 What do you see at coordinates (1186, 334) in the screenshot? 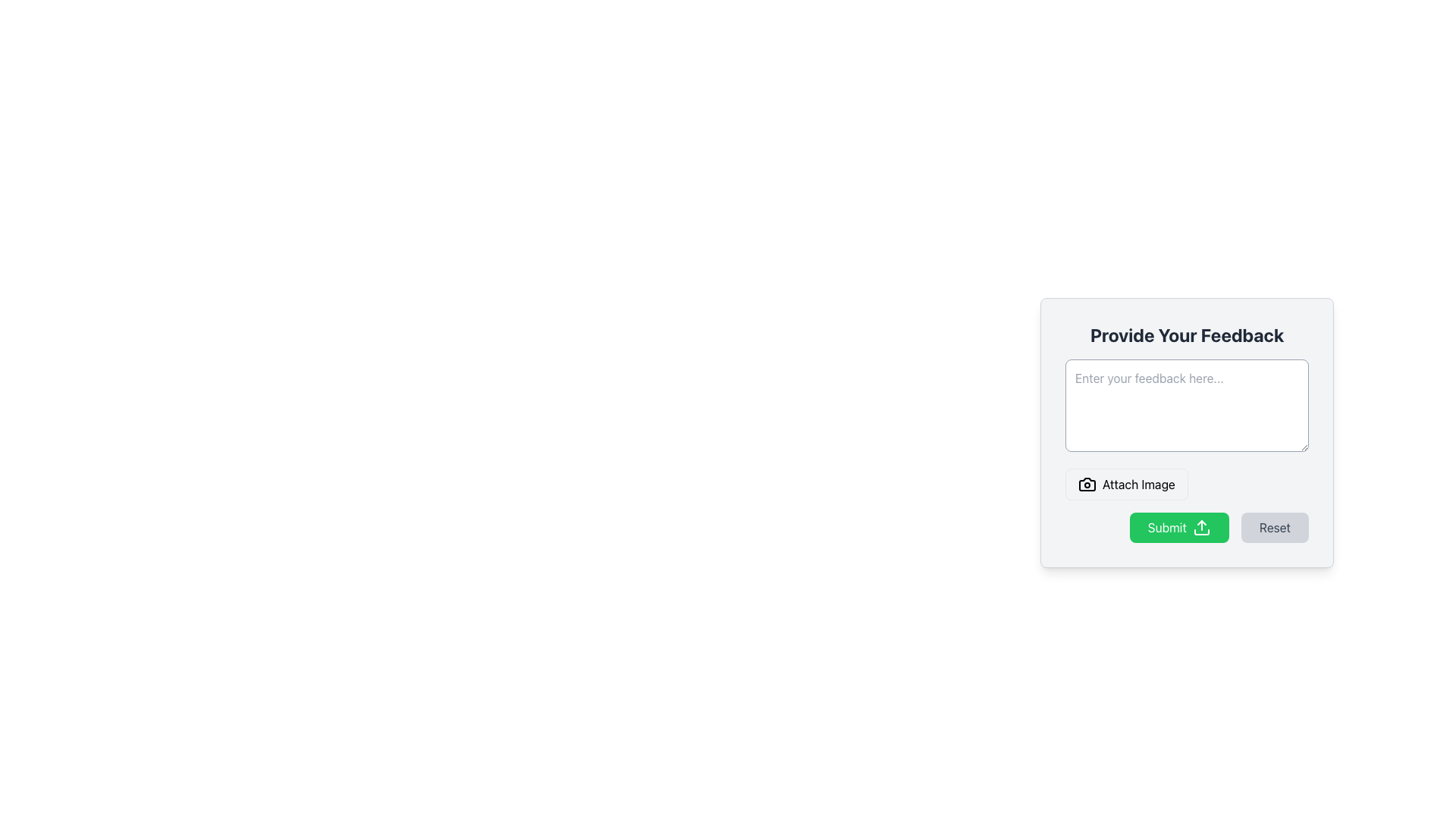
I see `the text label that reads 'Provide Your Feedback', which is prominently displayed at the top of the feedback form interface` at bounding box center [1186, 334].